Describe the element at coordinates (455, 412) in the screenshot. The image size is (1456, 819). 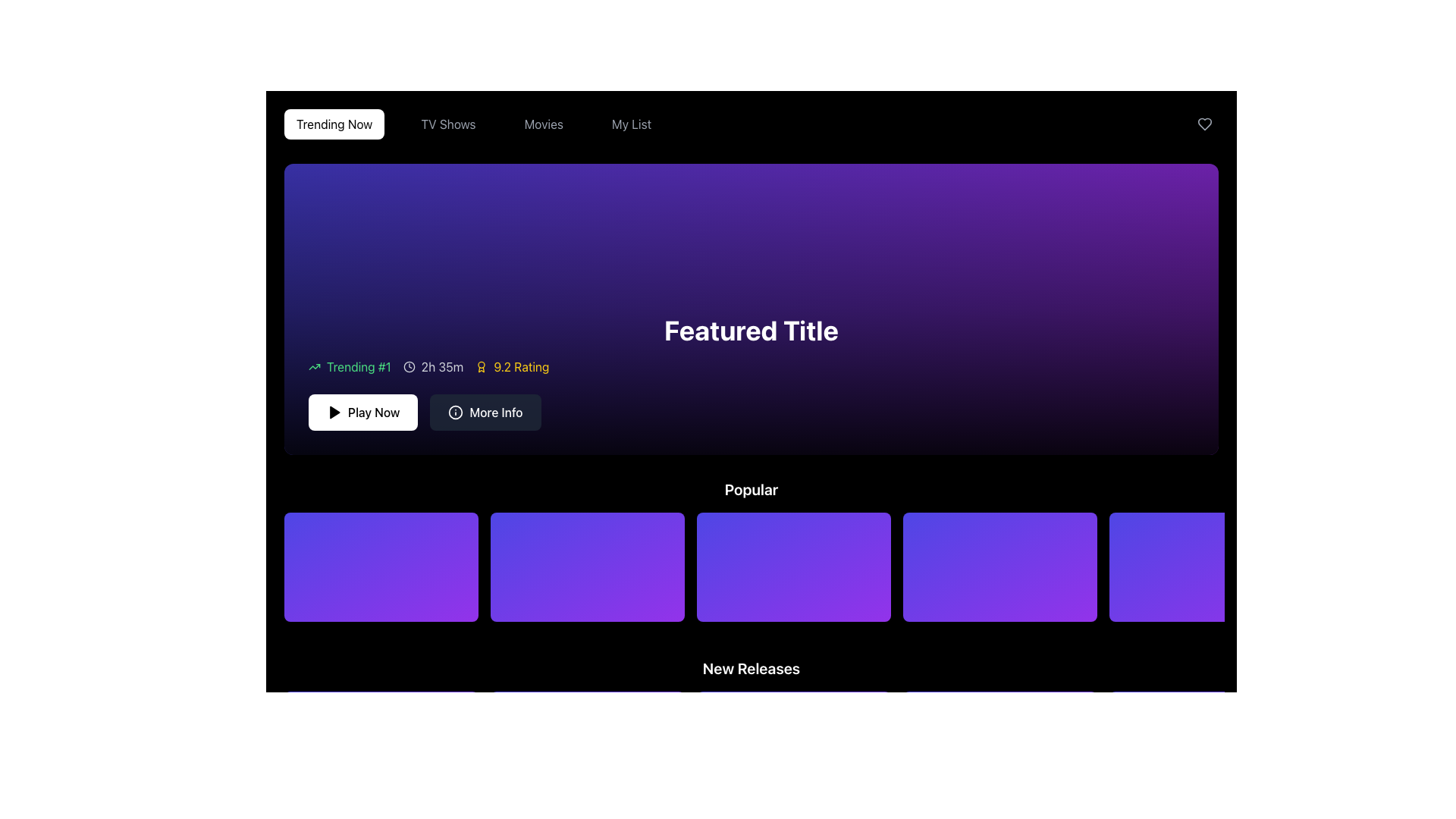
I see `the SVG-based icon located to the left of the 'More Info' button, which provides additional information, positioned below the 'Play Now' button` at that location.